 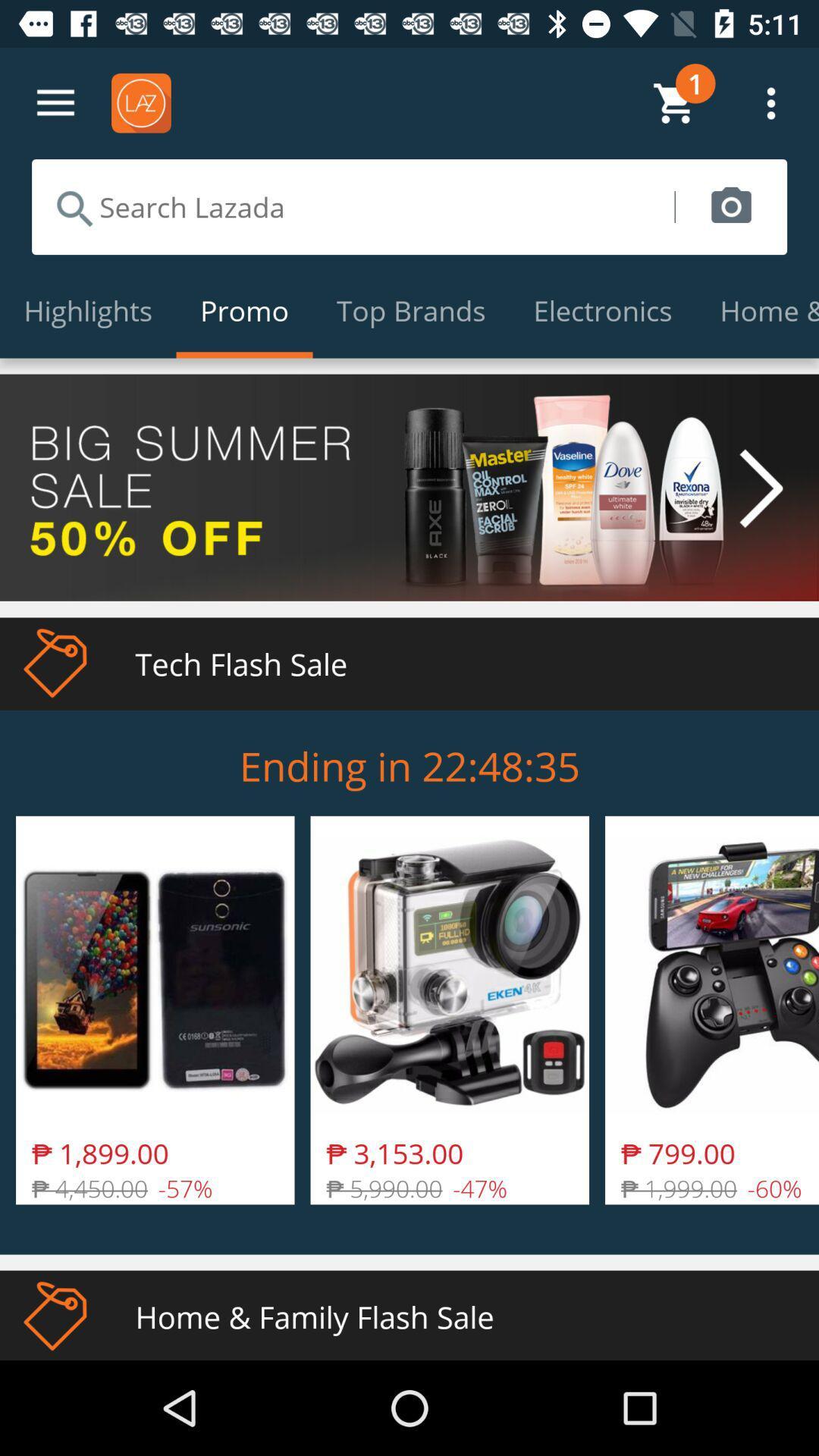 What do you see at coordinates (730, 206) in the screenshot?
I see `item above the electronics` at bounding box center [730, 206].